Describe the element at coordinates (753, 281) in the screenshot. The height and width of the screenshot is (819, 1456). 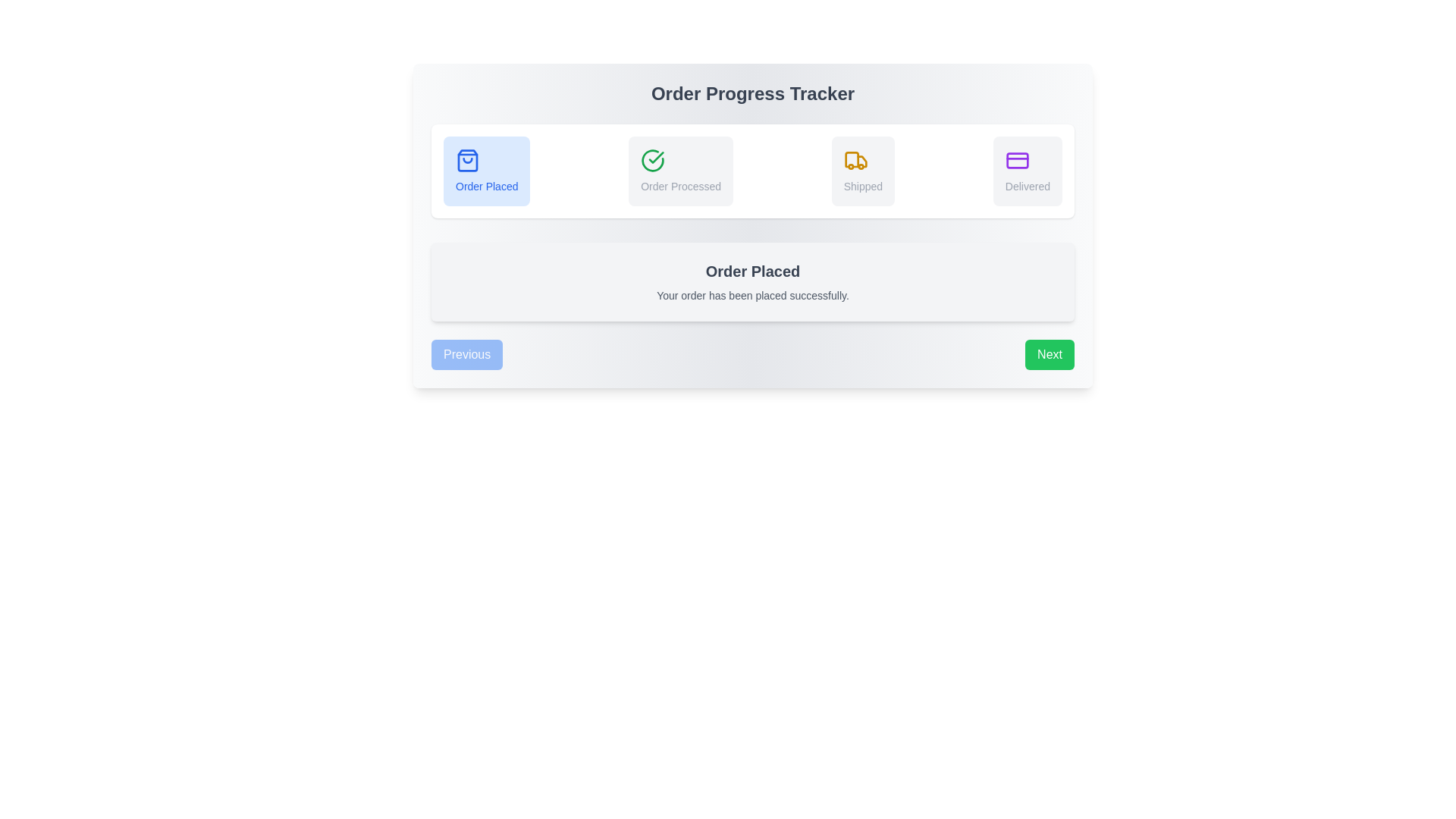
I see `the informational card that indicates the order has been successfully placed, located in the 'Order Progress Tracker' section, directly below the progress indicator row` at that location.